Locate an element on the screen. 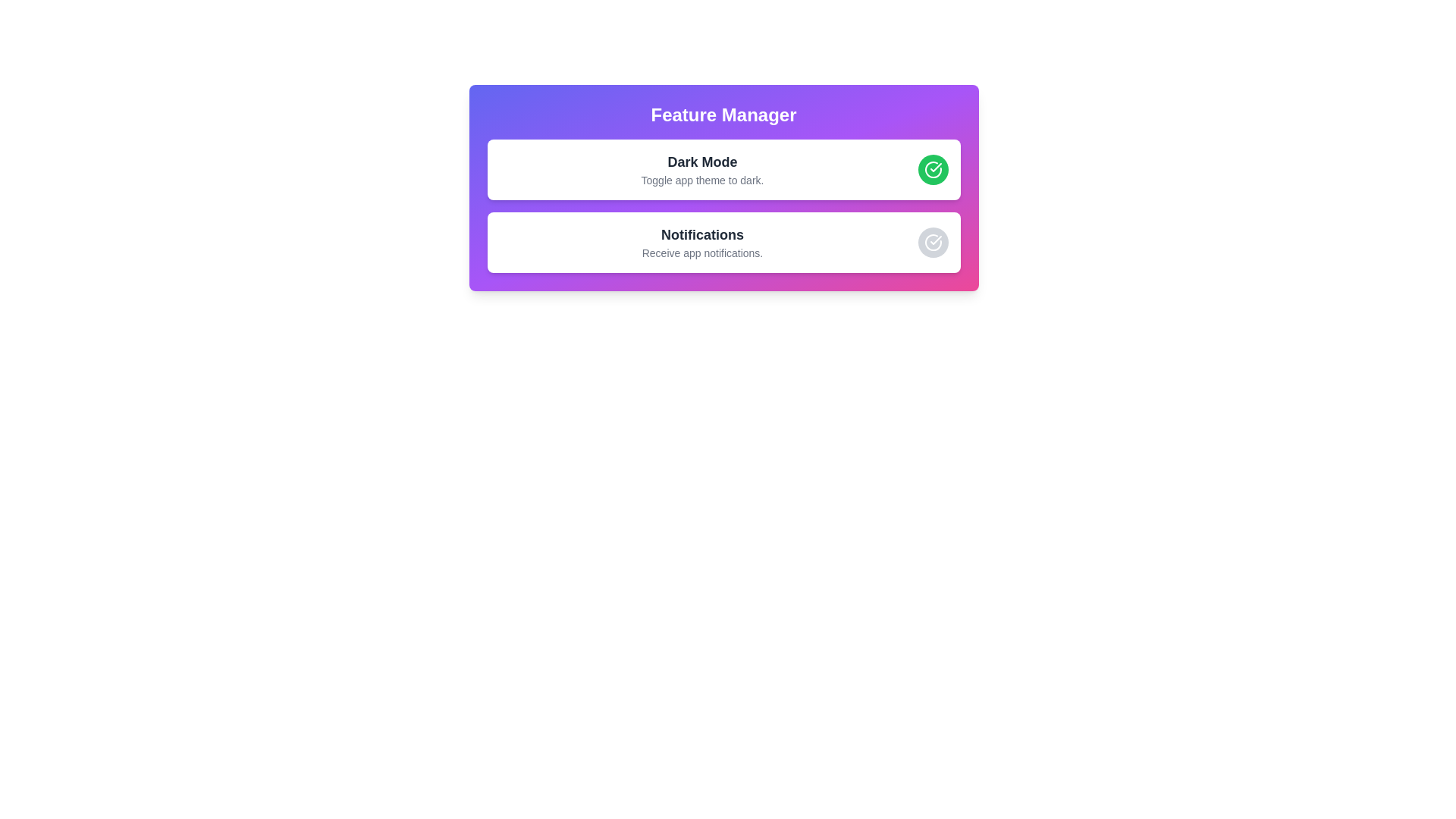 This screenshot has height=819, width=1456. the State Indicator Icon is located at coordinates (934, 167).